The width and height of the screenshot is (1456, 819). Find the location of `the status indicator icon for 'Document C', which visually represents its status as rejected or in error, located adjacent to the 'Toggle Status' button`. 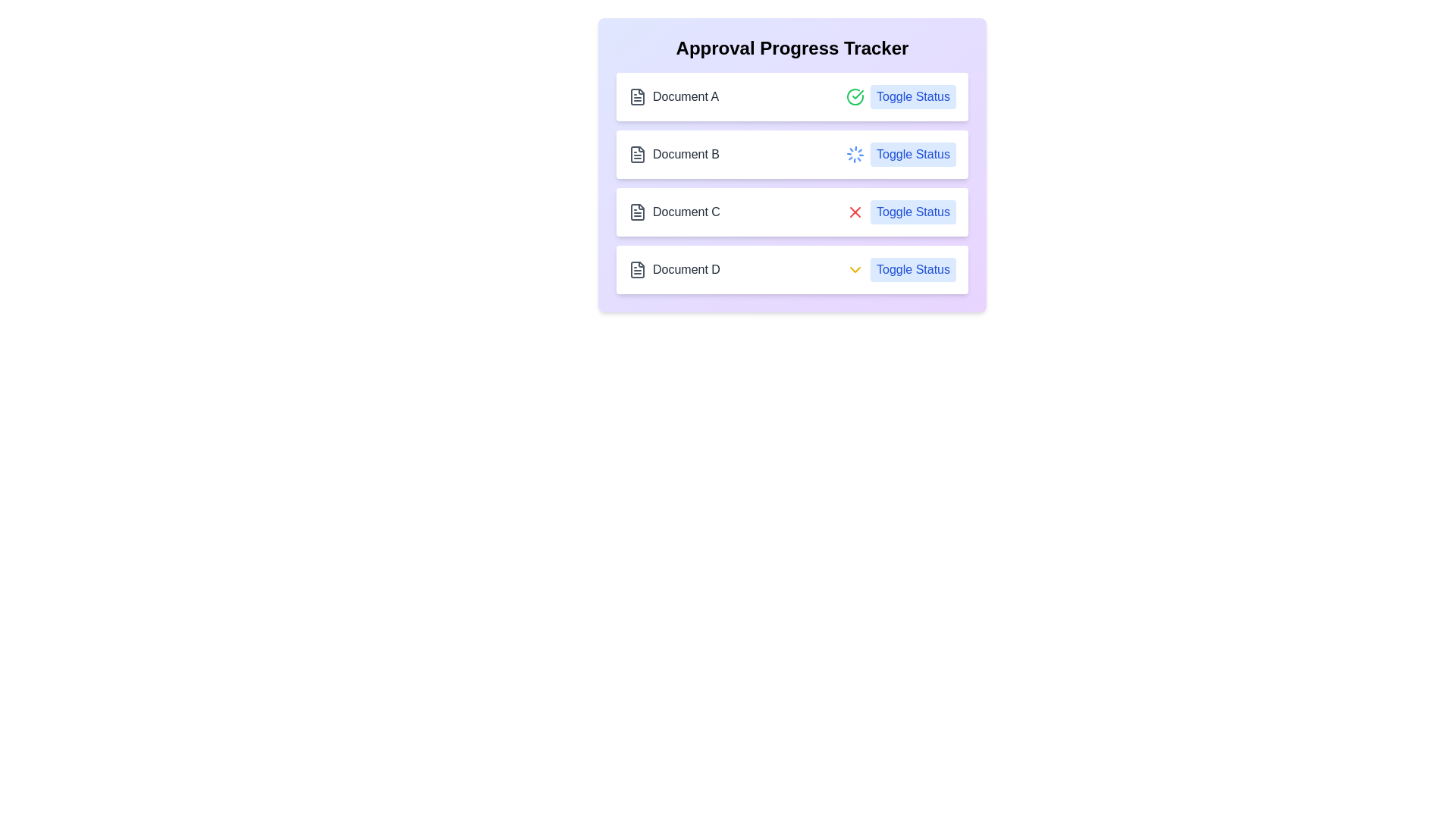

the status indicator icon for 'Document C', which visually represents its status as rejected or in error, located adjacent to the 'Toggle Status' button is located at coordinates (855, 212).